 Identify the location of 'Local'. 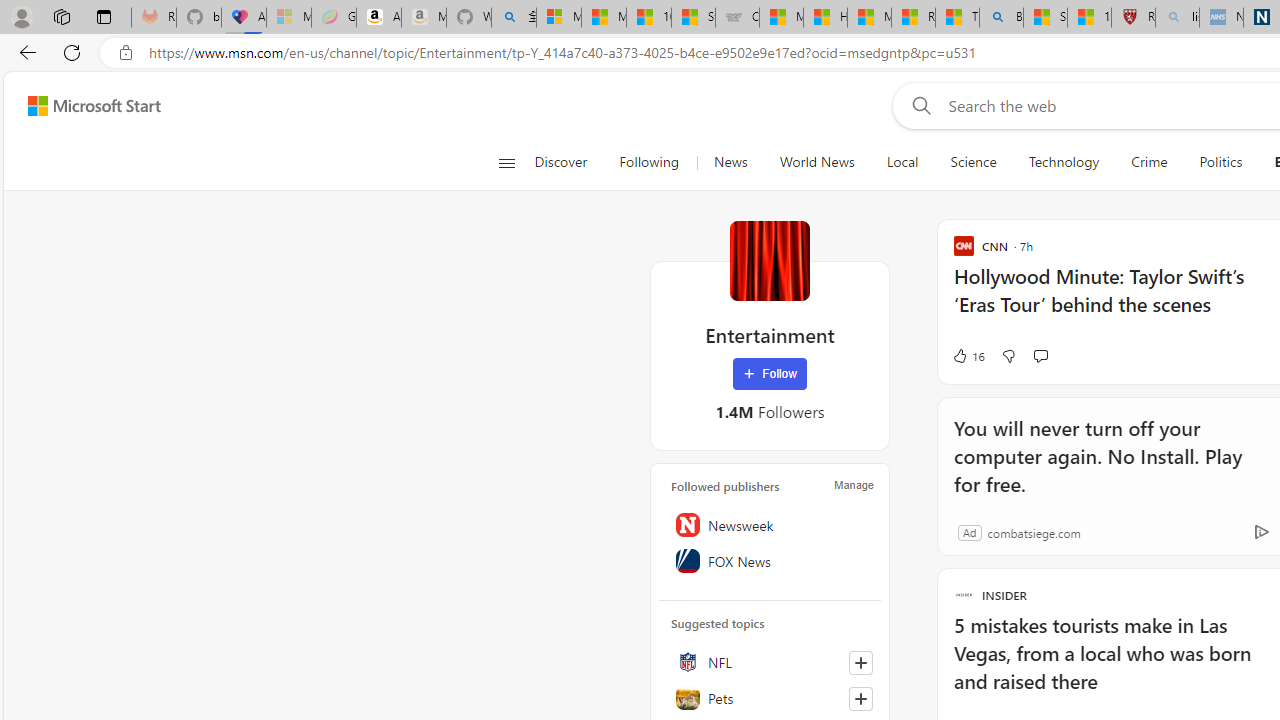
(901, 162).